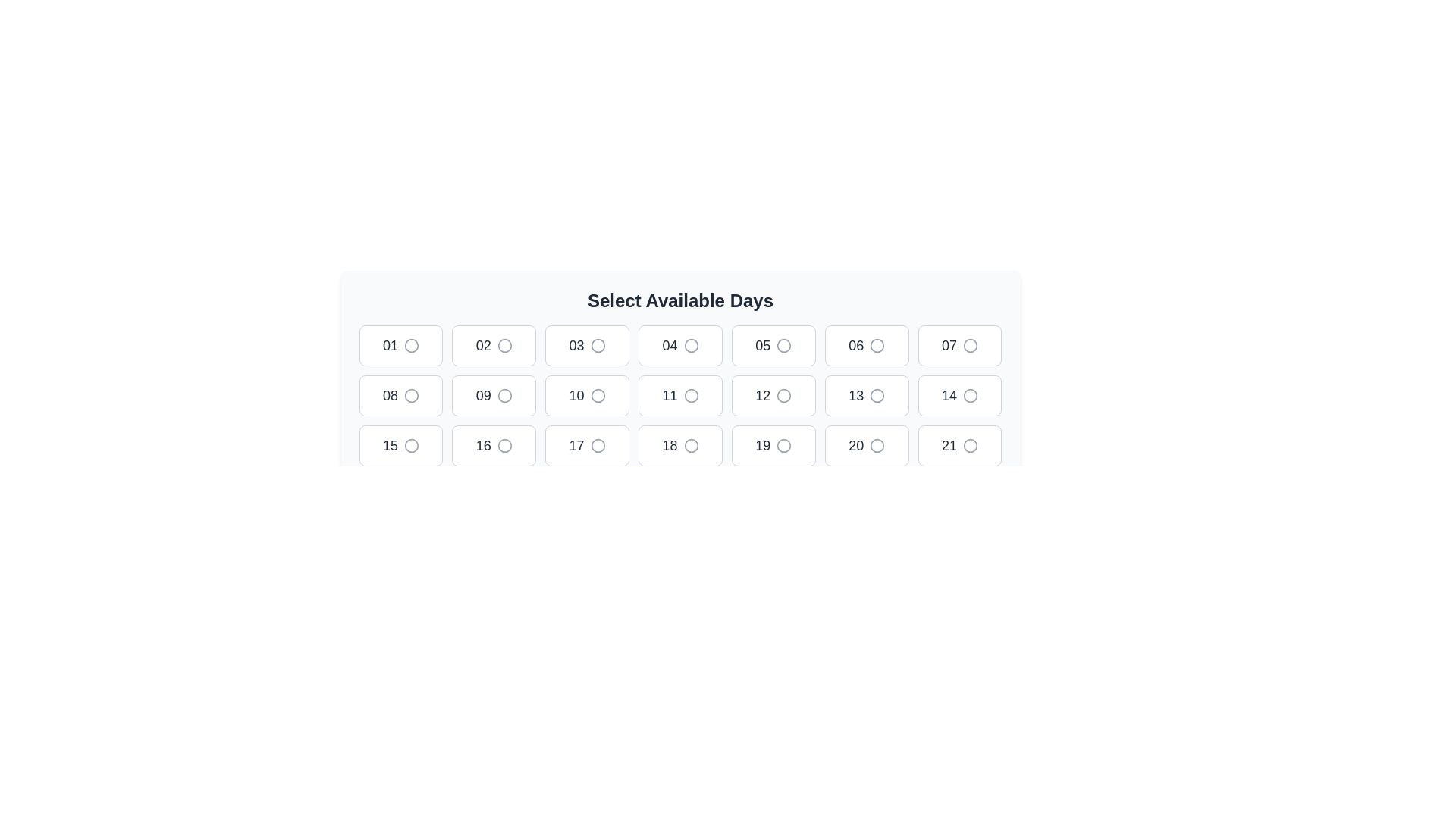  Describe the element at coordinates (971, 444) in the screenshot. I see `the circular graphical element within the grid layout representing the calendar, specifically highlighted within the box labeled '21'` at that location.